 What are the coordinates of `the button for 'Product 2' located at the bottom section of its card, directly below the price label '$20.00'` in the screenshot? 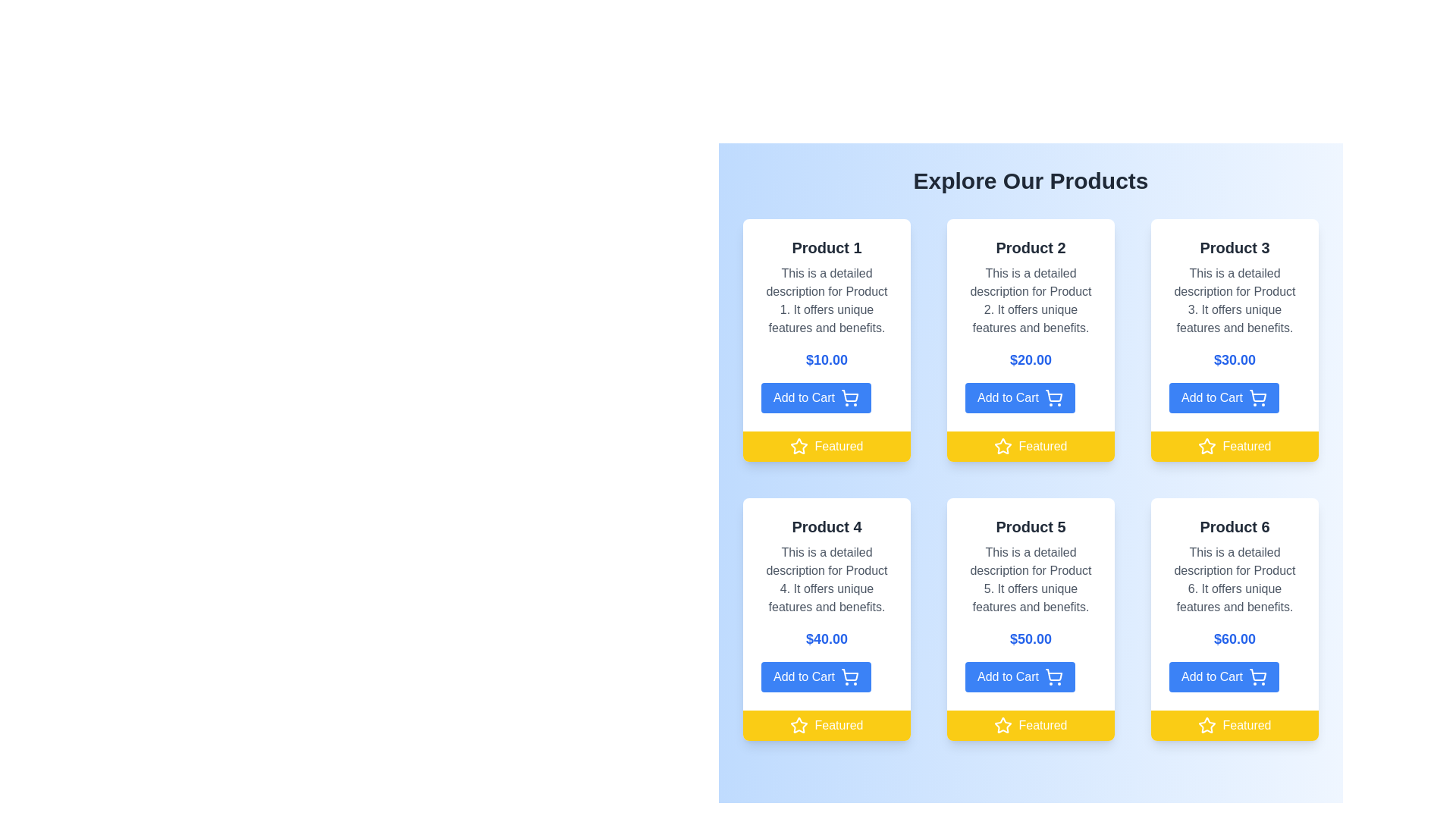 It's located at (1020, 397).